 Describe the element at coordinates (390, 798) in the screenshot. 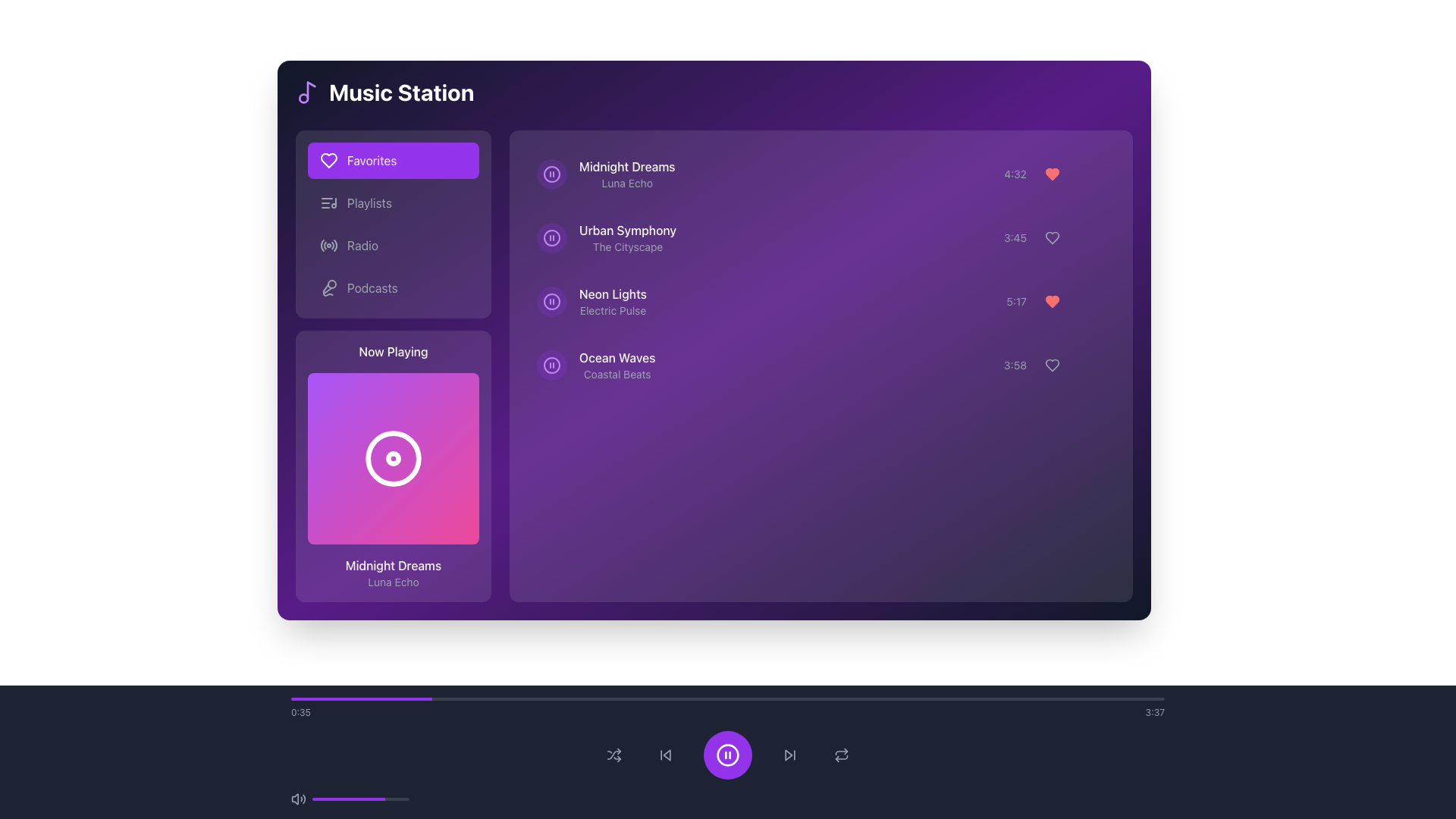

I see `the slider value` at that location.